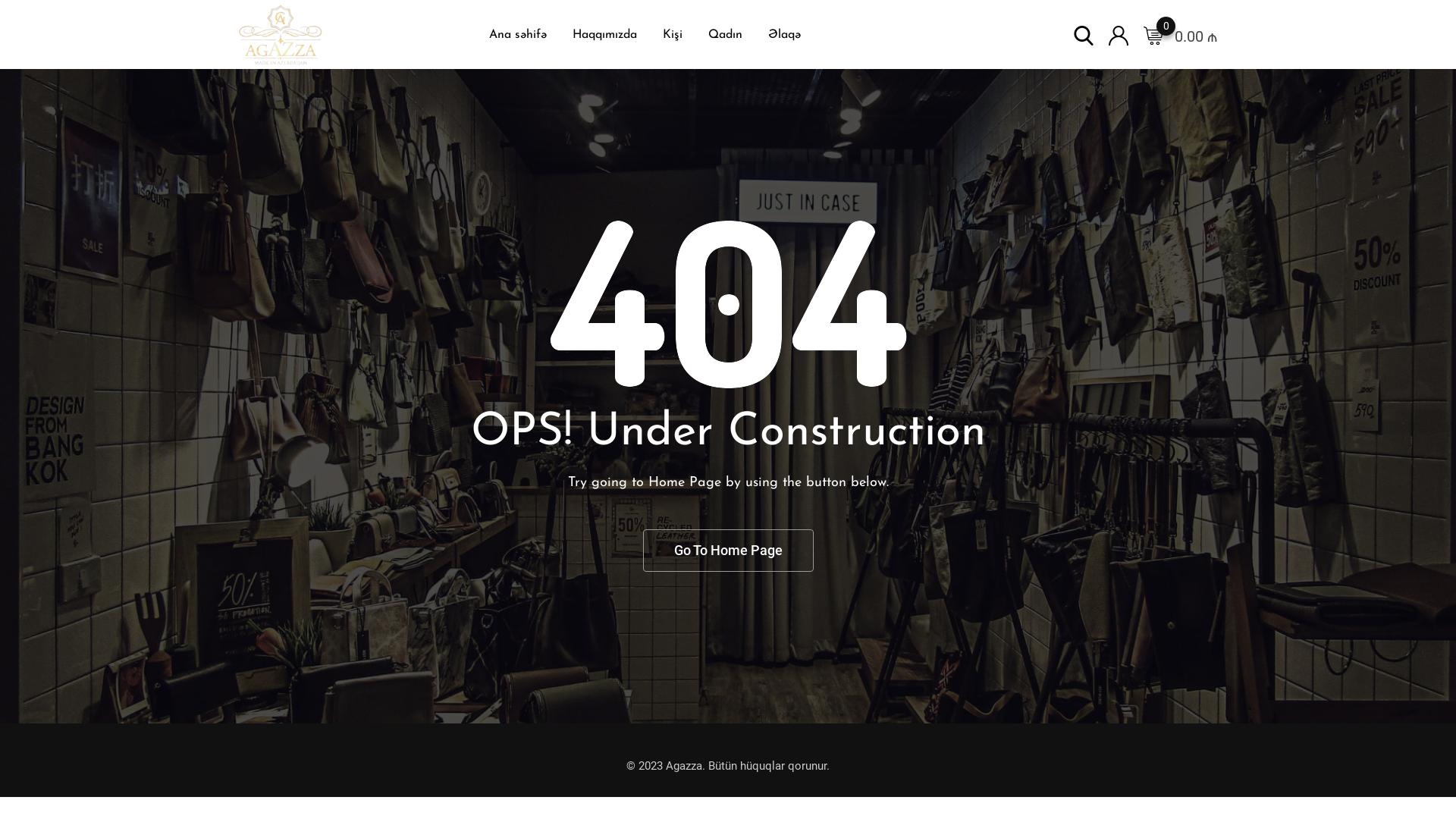 This screenshot has height=819, width=1456. What do you see at coordinates (1143, 34) in the screenshot?
I see `'0'` at bounding box center [1143, 34].